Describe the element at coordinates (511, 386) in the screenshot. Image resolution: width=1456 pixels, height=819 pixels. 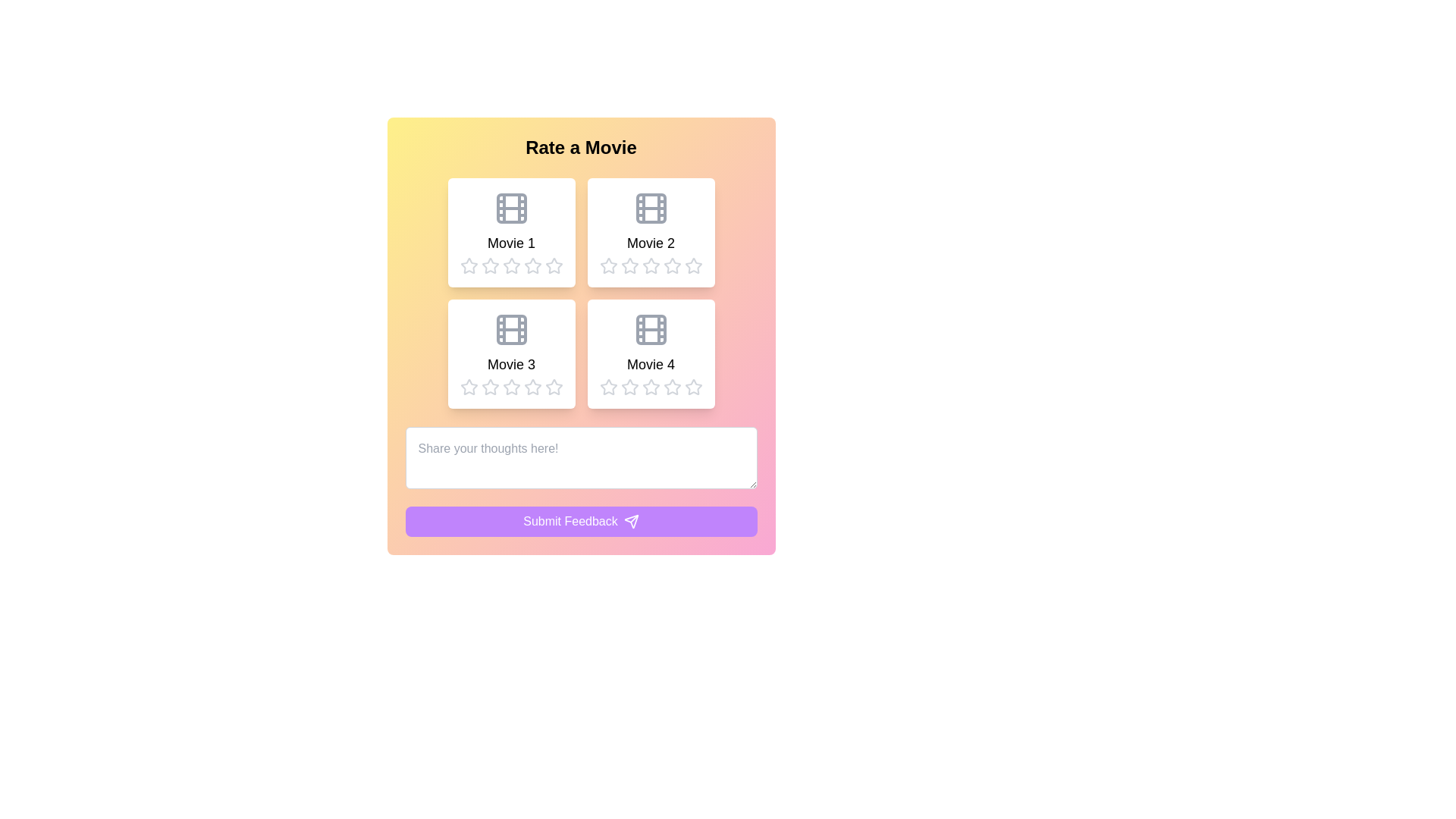
I see `the star in the Rating component for 'Movie 3'` at that location.